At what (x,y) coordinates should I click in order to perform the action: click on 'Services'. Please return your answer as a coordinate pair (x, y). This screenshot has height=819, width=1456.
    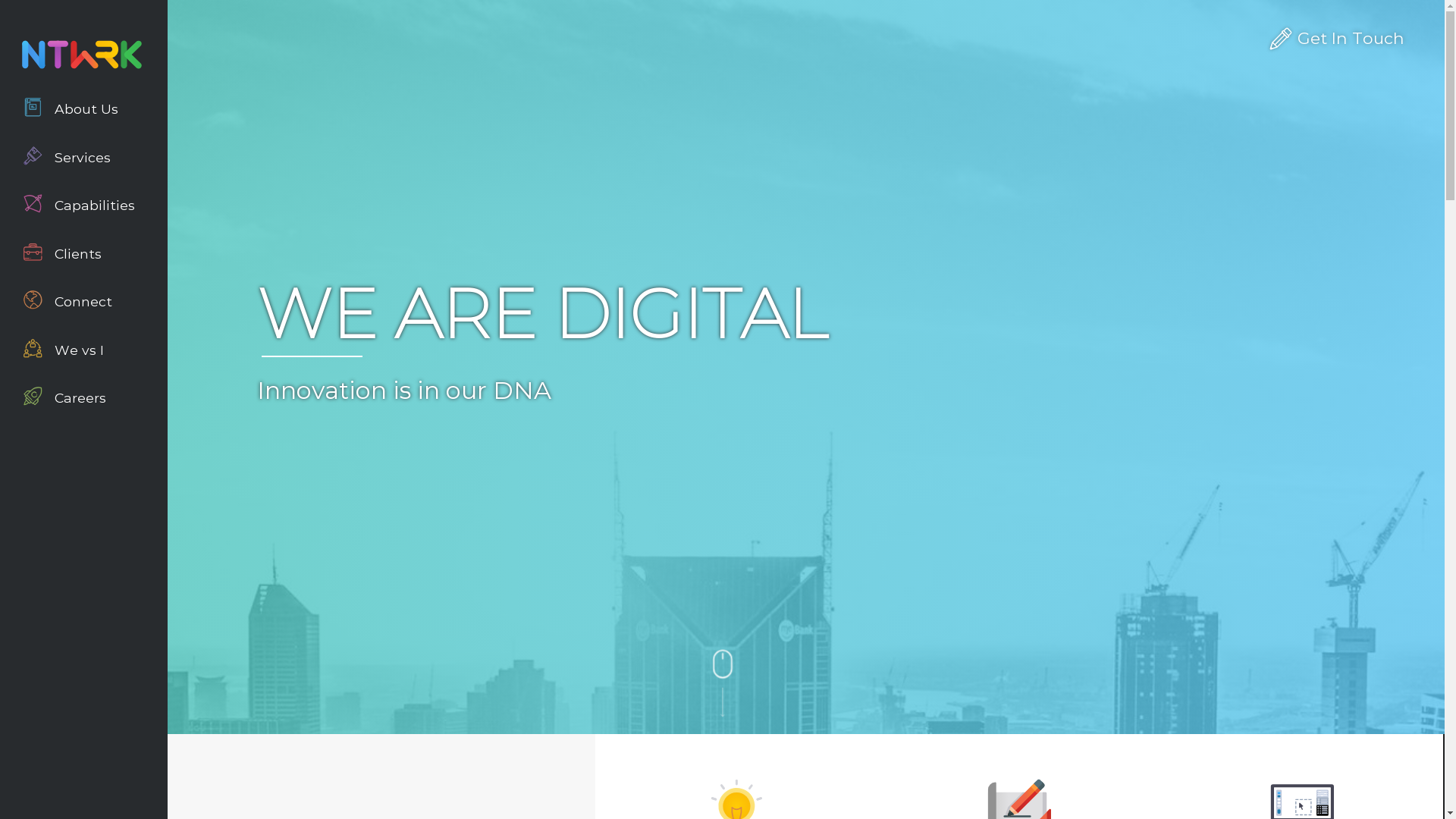
    Looking at the image, I should click on (83, 157).